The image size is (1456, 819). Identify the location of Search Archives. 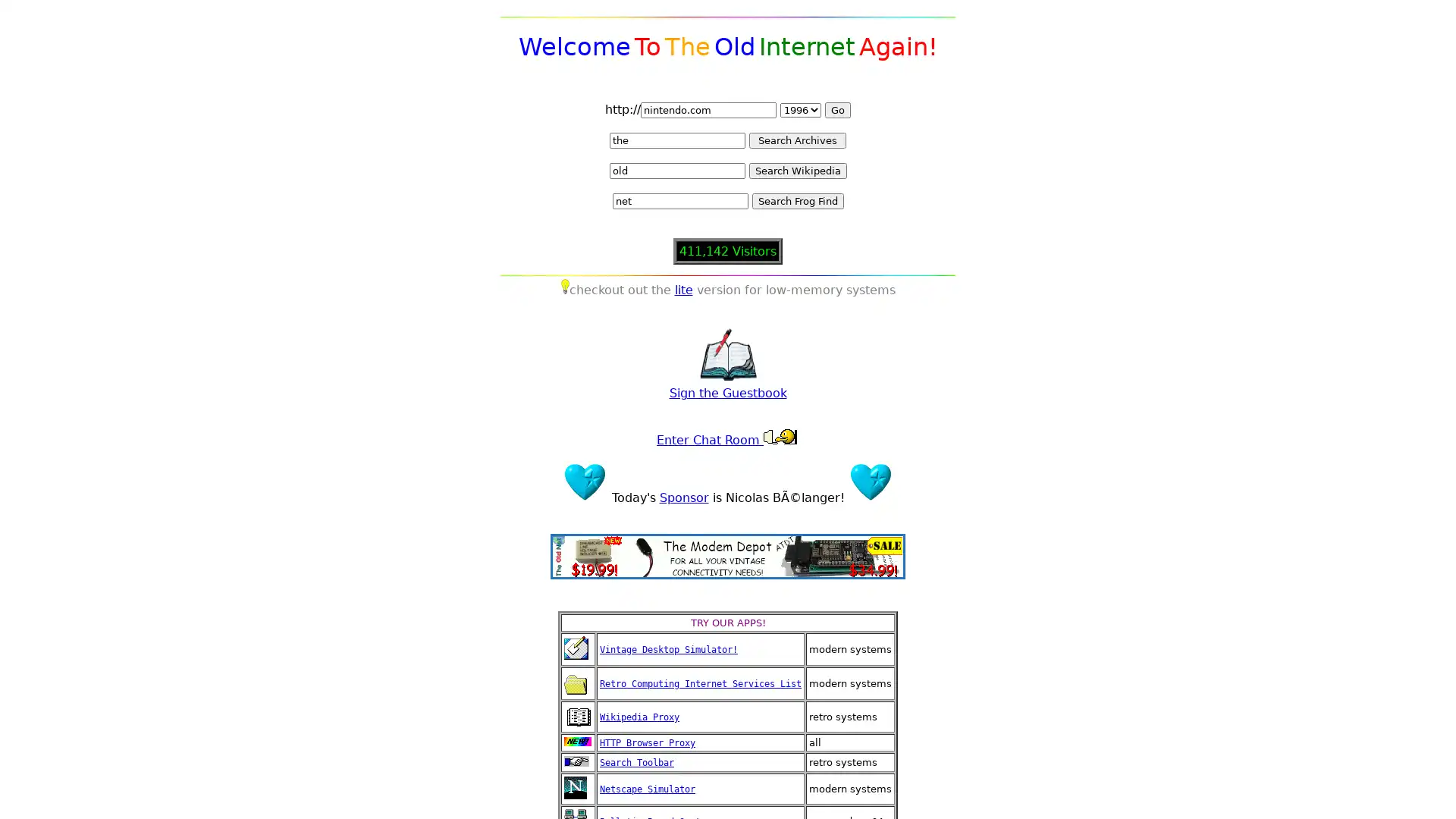
(796, 140).